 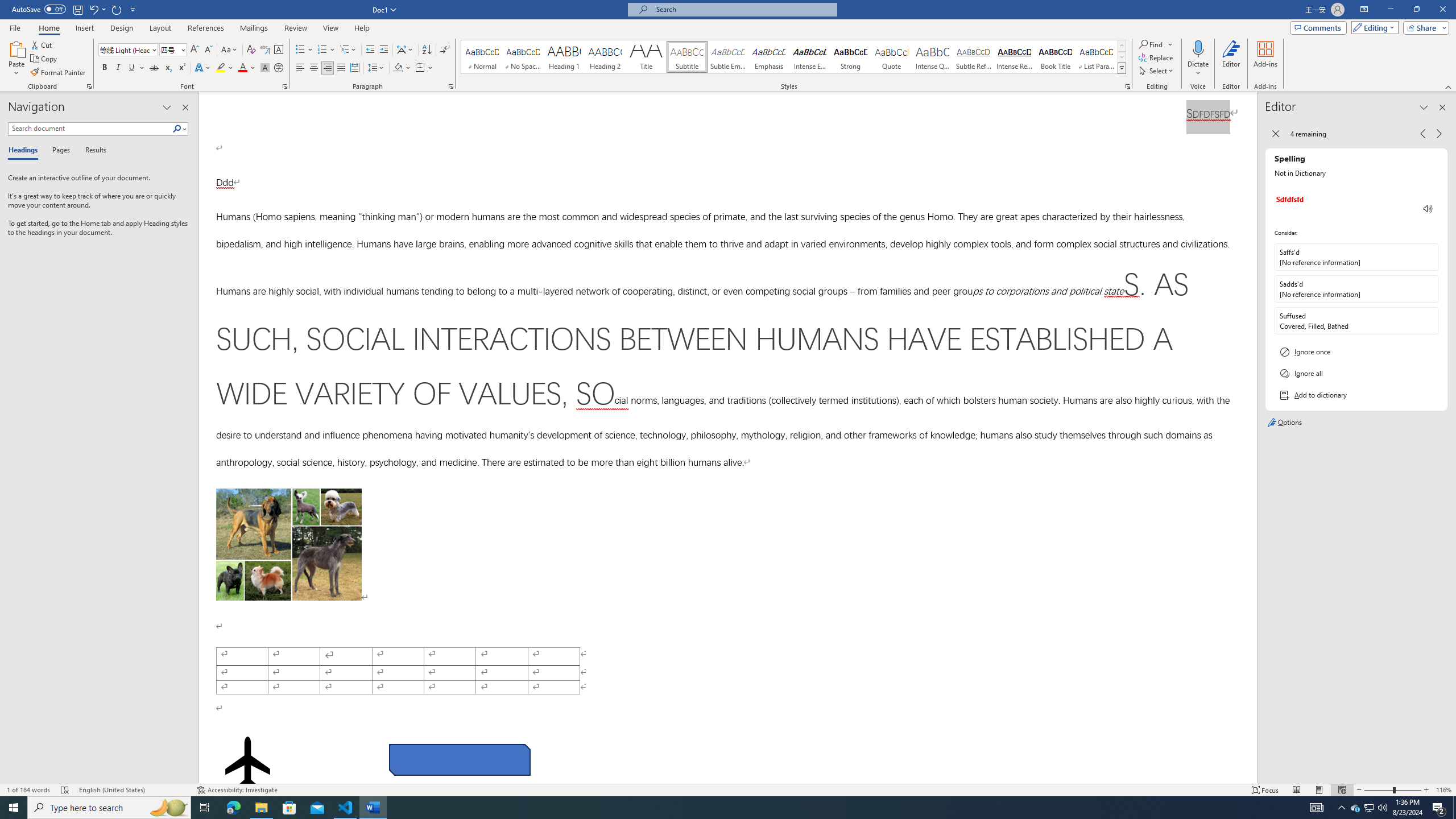 I want to click on 'Morphological variation in six dogs', so click(x=287, y=544).